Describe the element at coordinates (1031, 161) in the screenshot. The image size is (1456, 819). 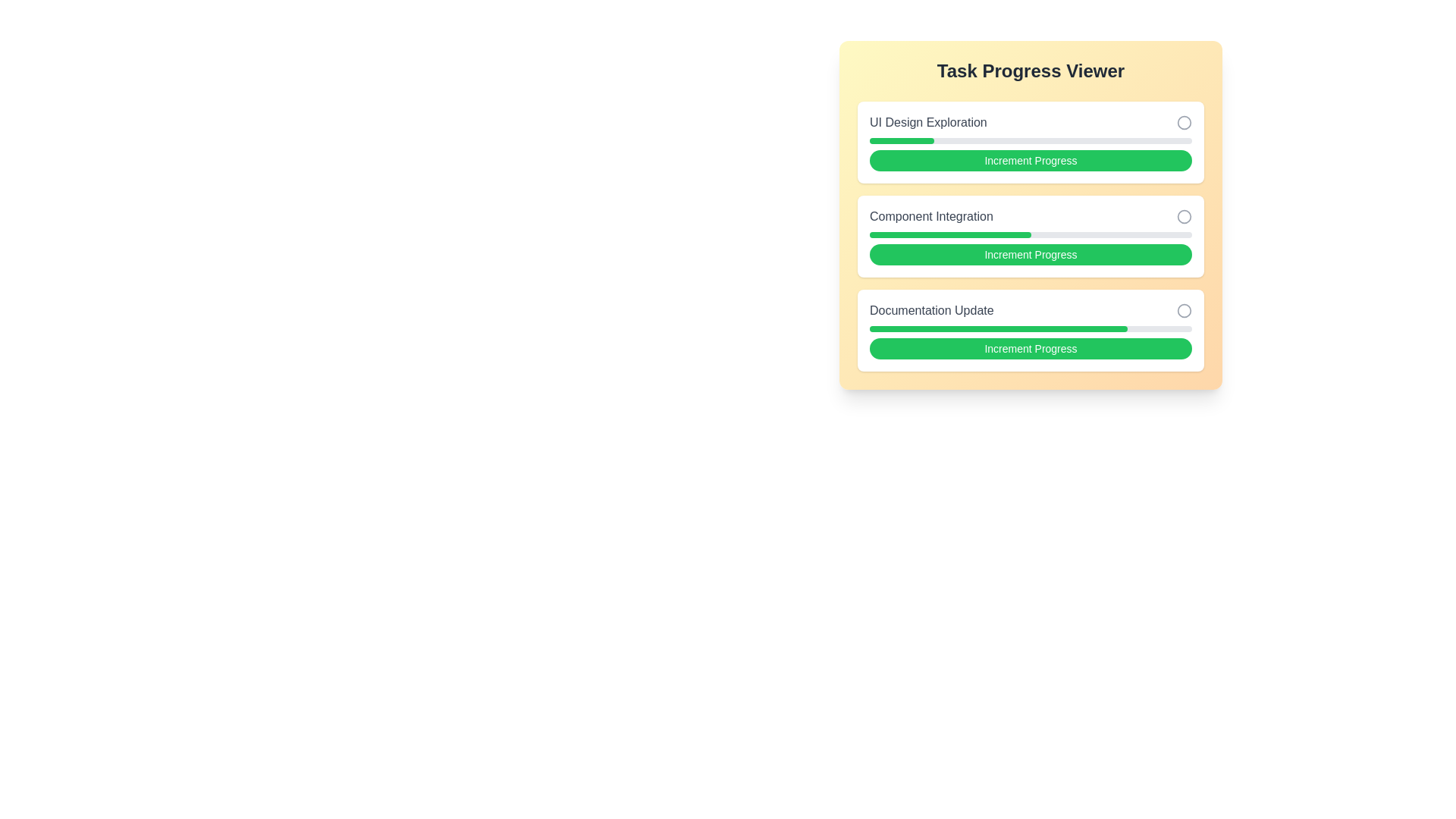
I see `the 'Increment Progress' button, which is a green button with rounded edges and white text, located under the 'Task Progress Viewer' interface` at that location.